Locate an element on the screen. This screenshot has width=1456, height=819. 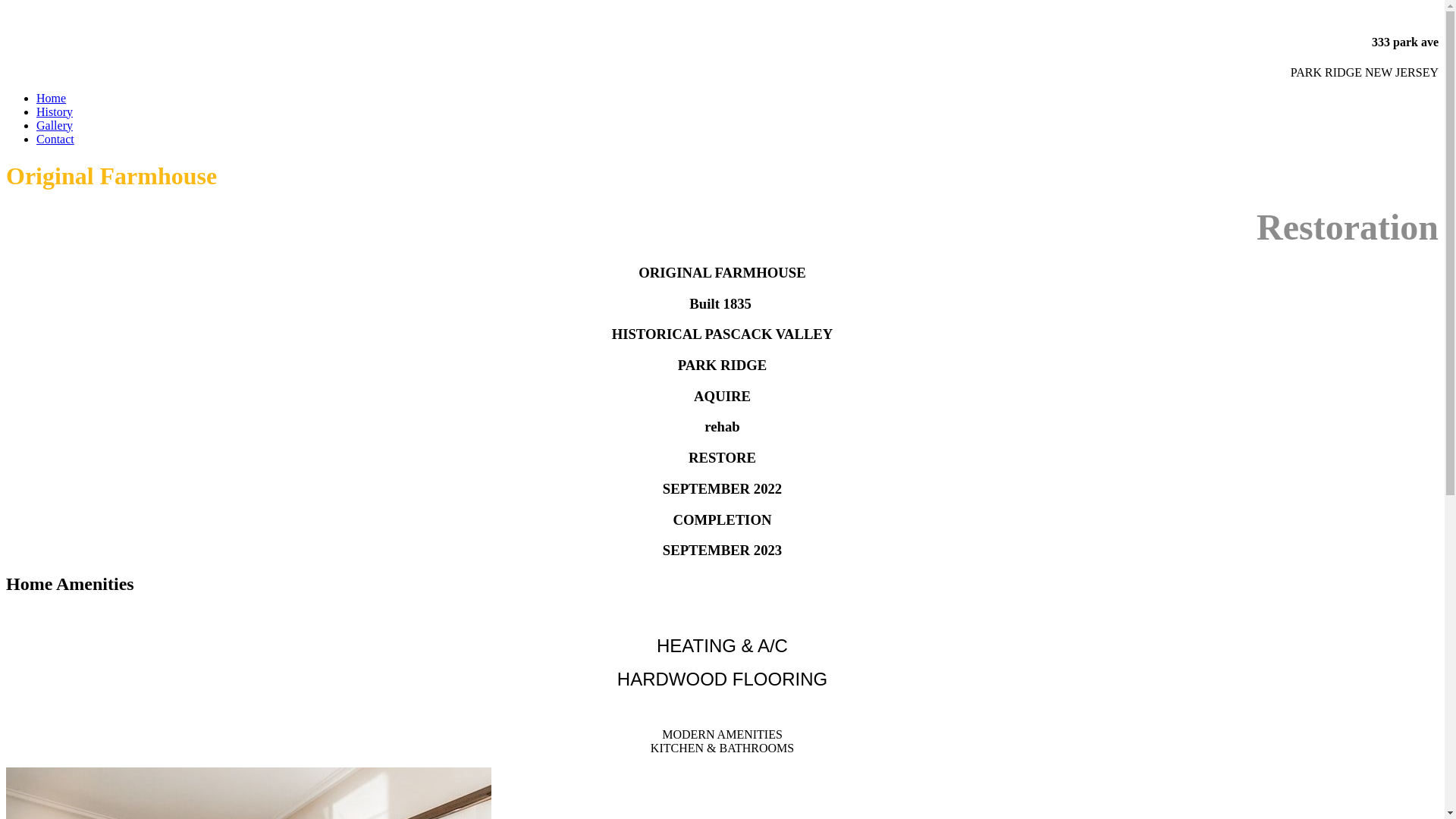
'Contact' is located at coordinates (55, 139).